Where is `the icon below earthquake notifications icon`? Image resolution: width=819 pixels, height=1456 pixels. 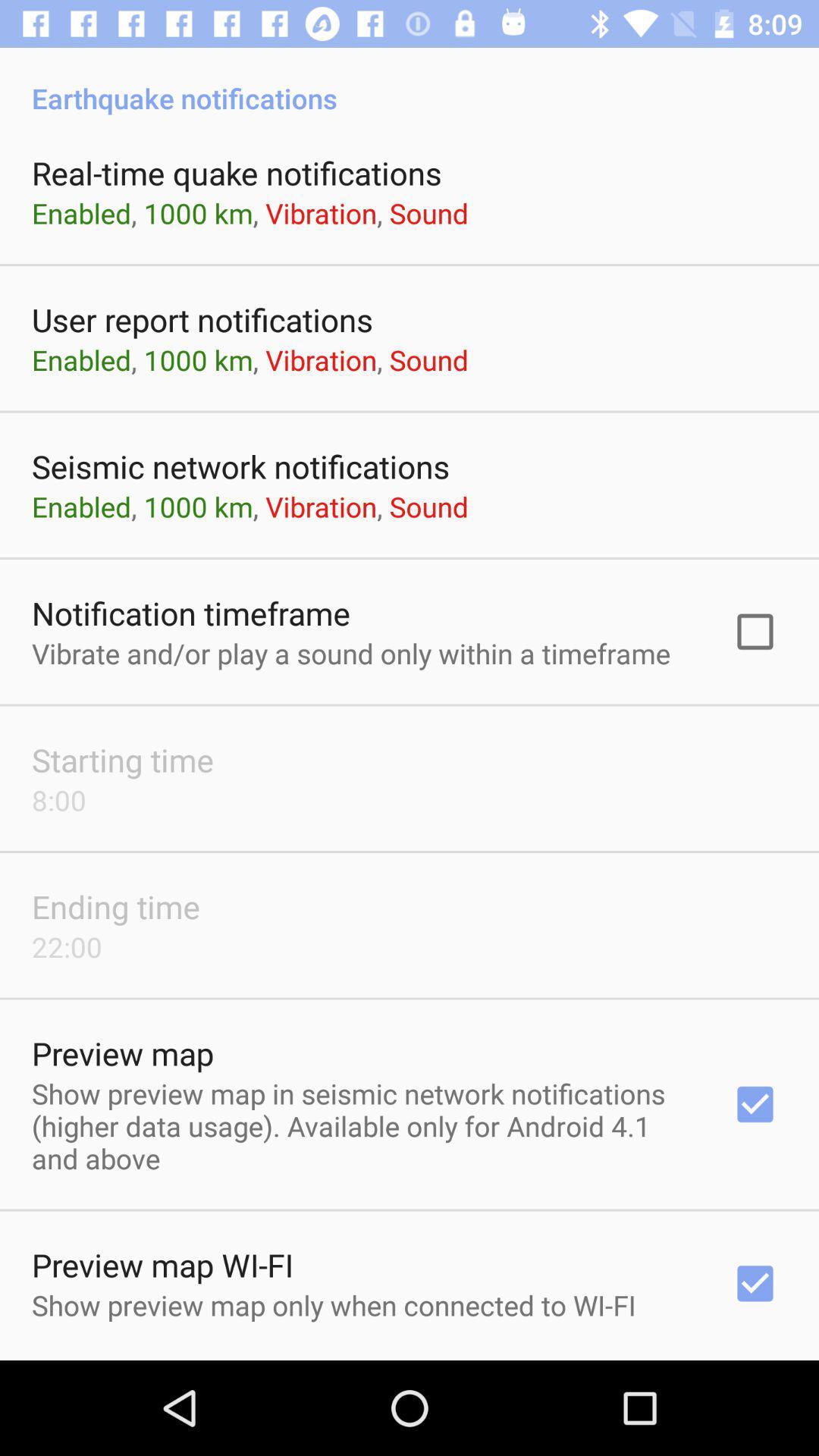 the icon below earthquake notifications icon is located at coordinates (237, 173).